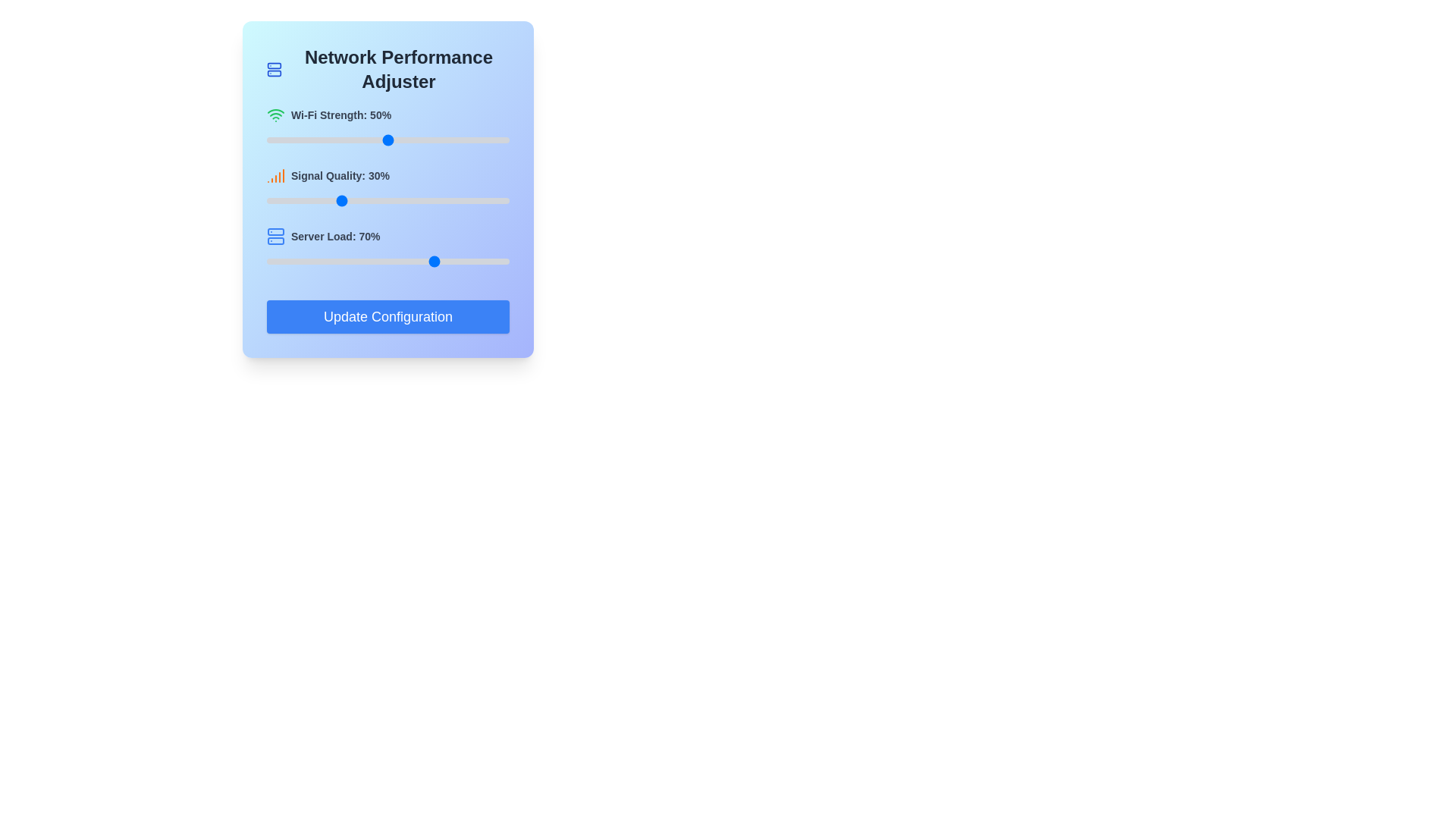 Image resolution: width=1456 pixels, height=819 pixels. Describe the element at coordinates (395, 200) in the screenshot. I see `signal quality` at that location.